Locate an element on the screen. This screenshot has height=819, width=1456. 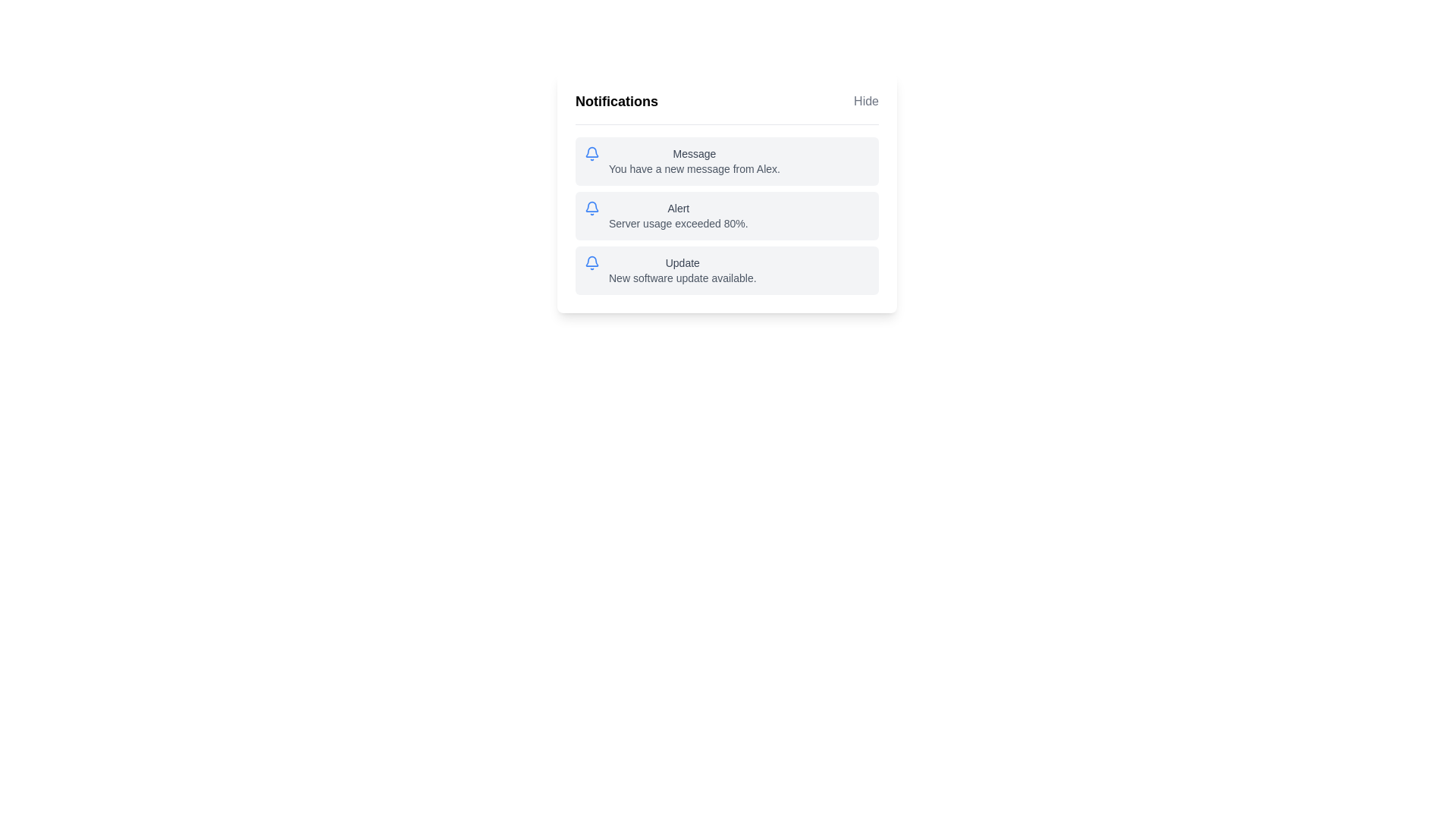
the third notification item in the notification pane that informs the user about a new software update is located at coordinates (726, 270).